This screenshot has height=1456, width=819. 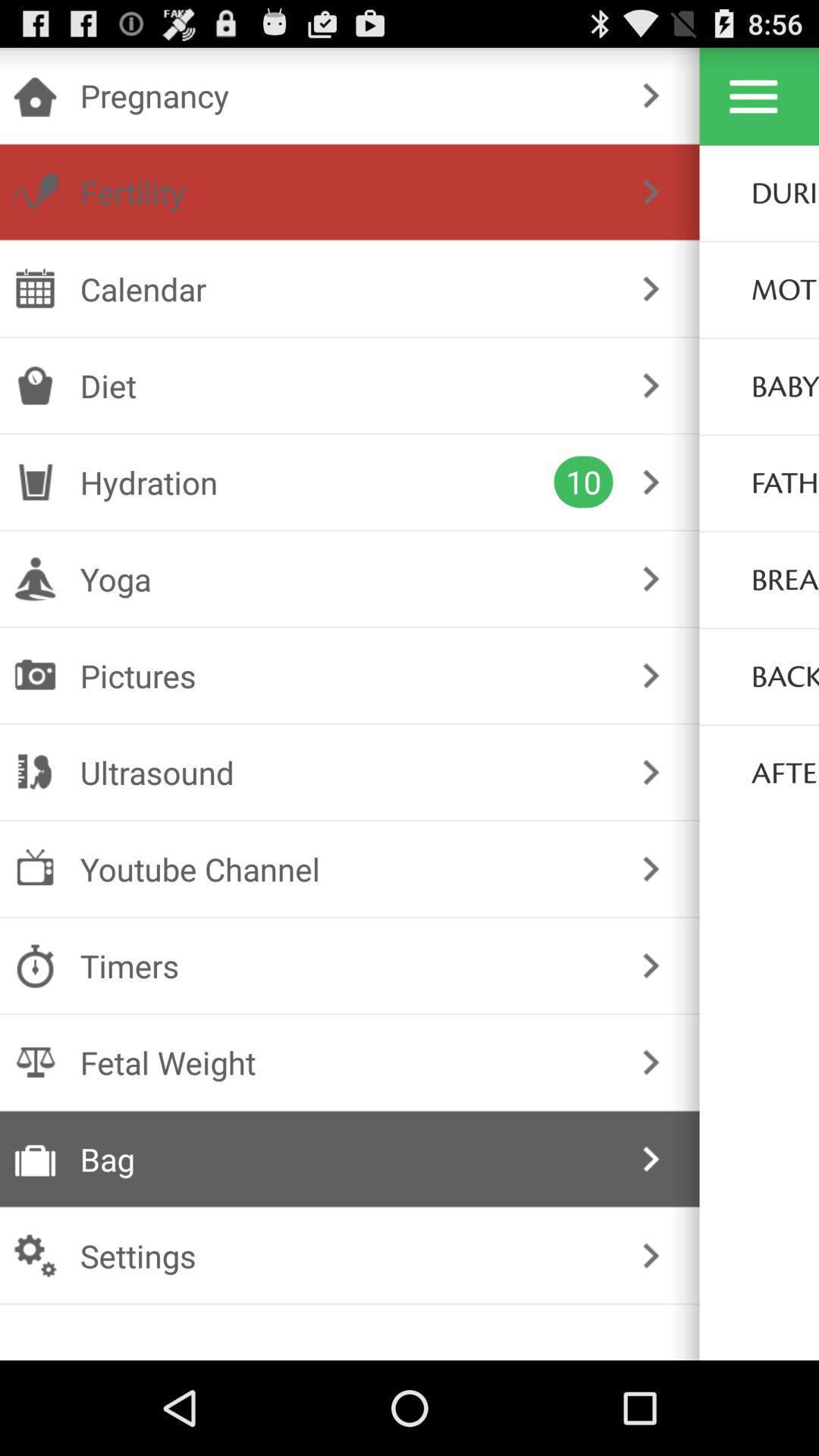 What do you see at coordinates (347, 869) in the screenshot?
I see `the checkbox below the ultrasound icon` at bounding box center [347, 869].